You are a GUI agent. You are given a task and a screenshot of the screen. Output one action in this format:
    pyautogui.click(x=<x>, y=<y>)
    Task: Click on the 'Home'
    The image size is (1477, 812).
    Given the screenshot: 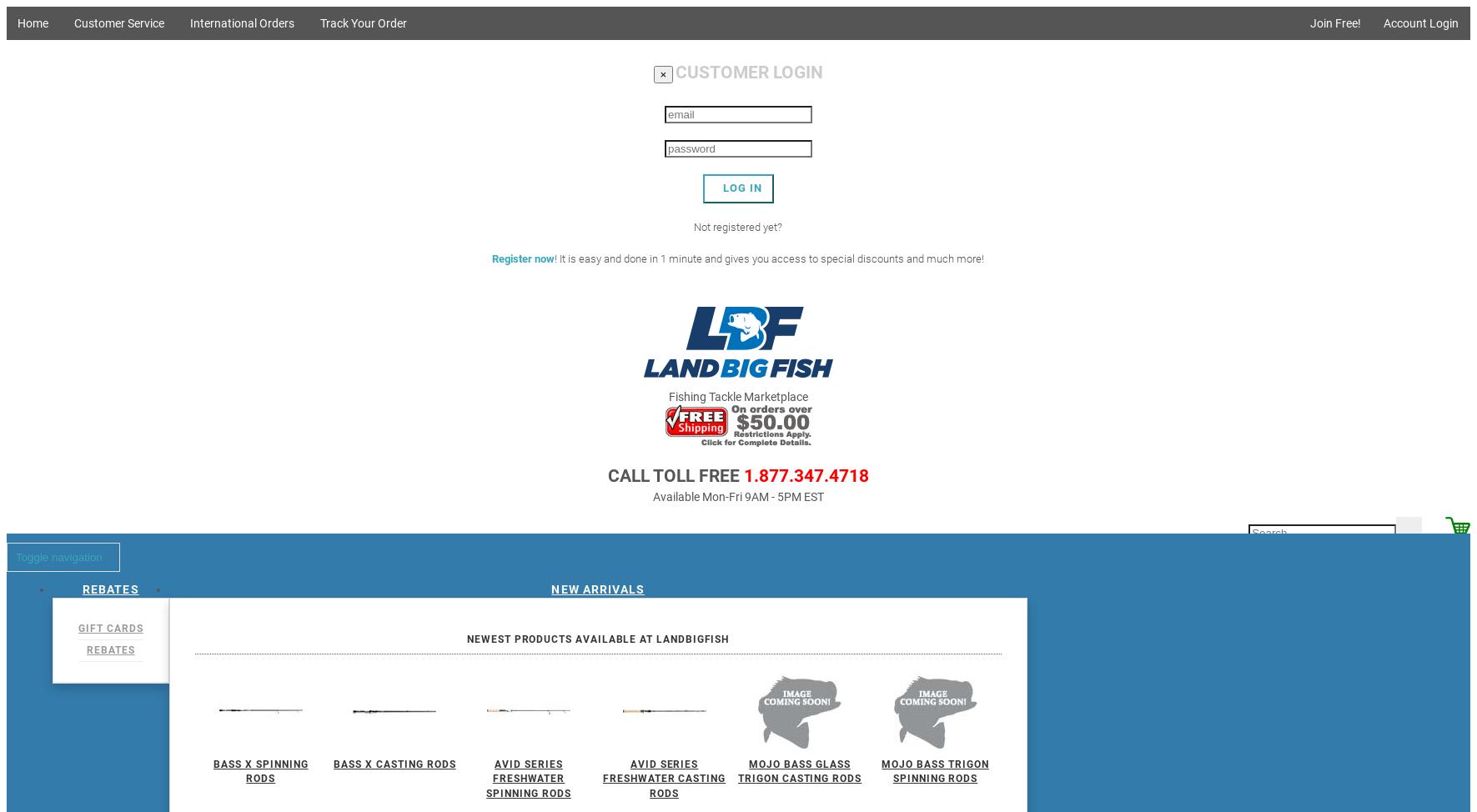 What is the action you would take?
    pyautogui.click(x=31, y=23)
    